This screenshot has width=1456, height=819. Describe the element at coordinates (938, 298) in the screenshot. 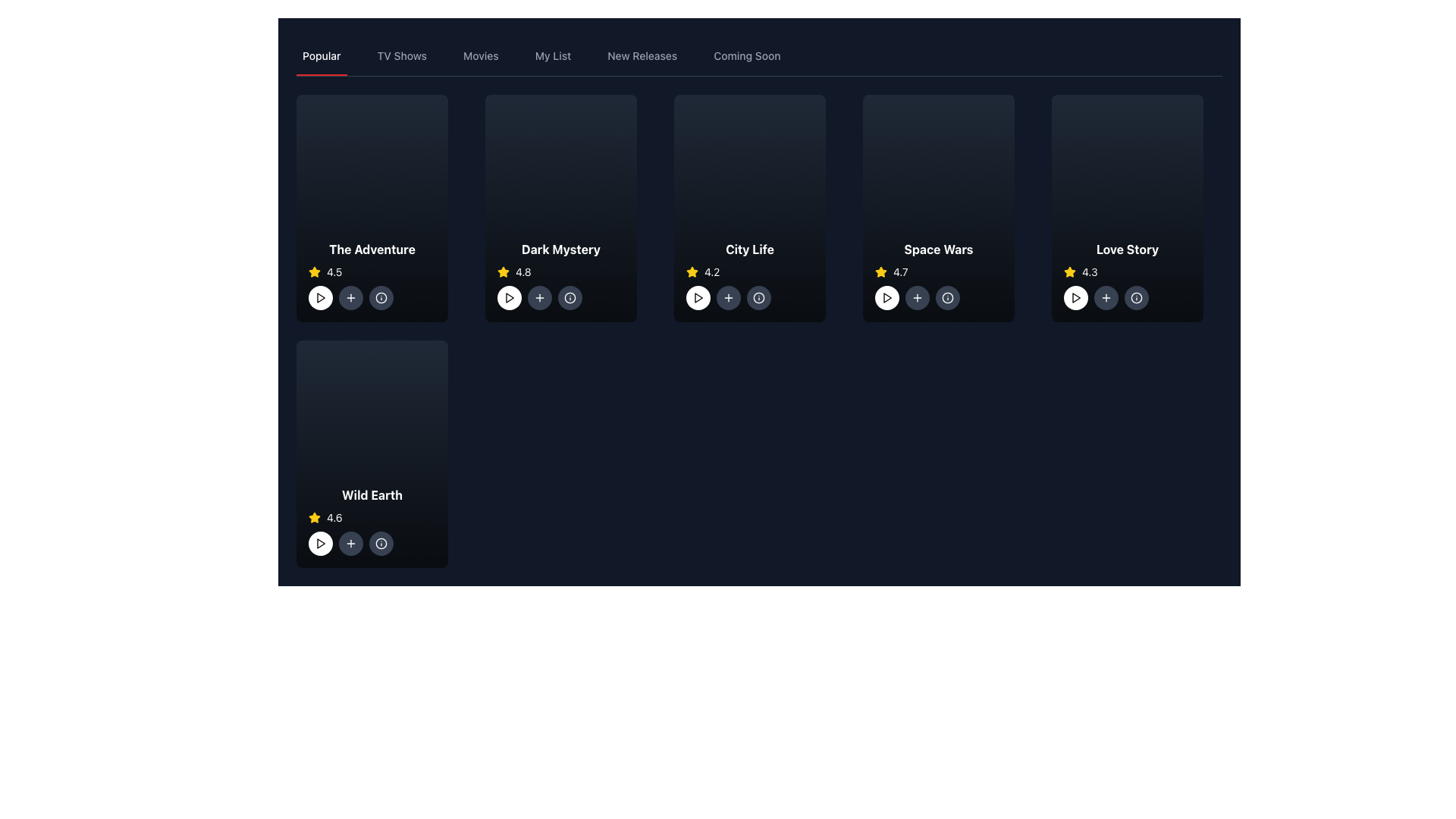

I see `the third circular button in the bottom section of the 'Space Wars' card` at that location.